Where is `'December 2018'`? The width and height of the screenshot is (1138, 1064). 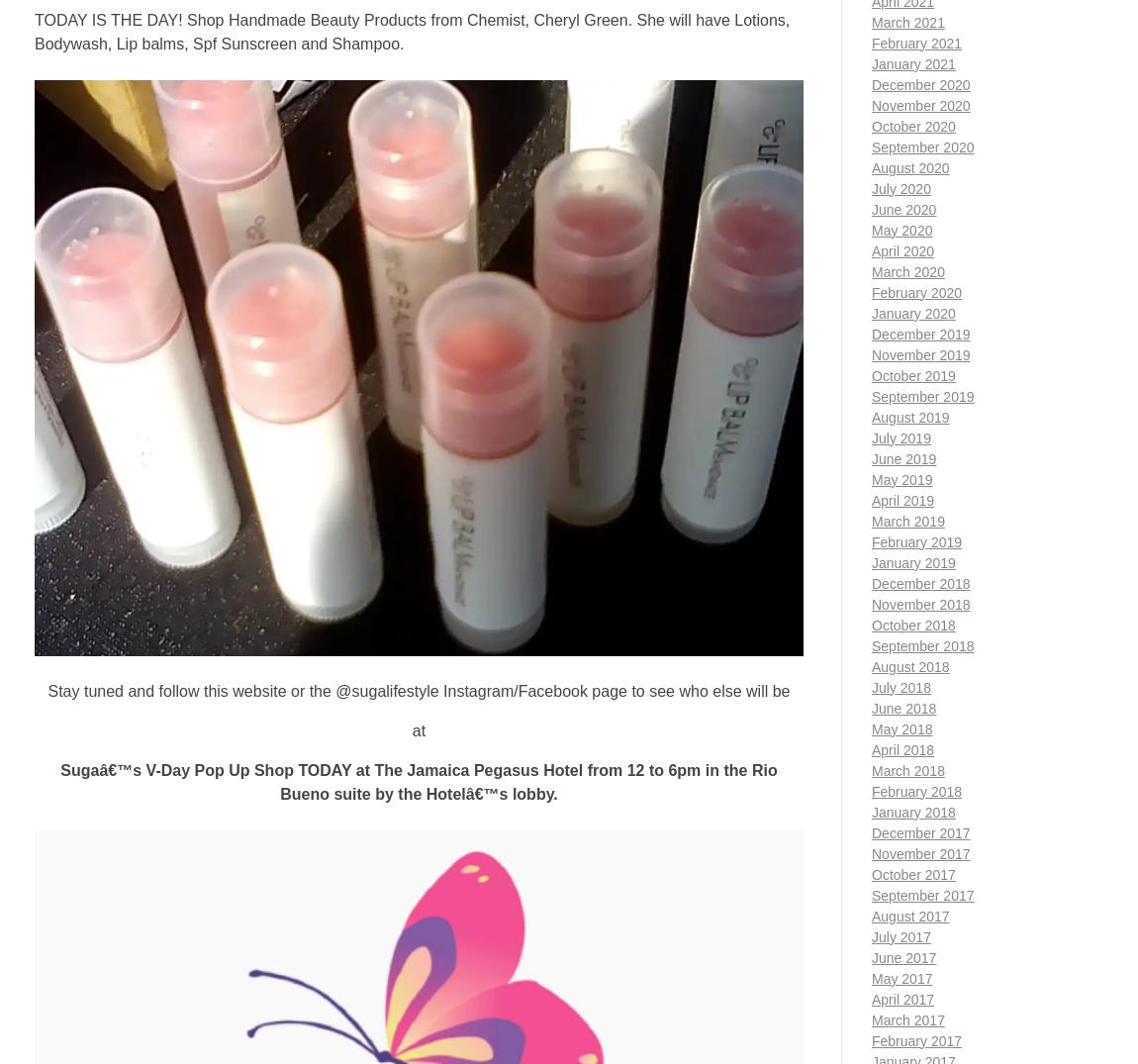 'December 2018' is located at coordinates (920, 581).